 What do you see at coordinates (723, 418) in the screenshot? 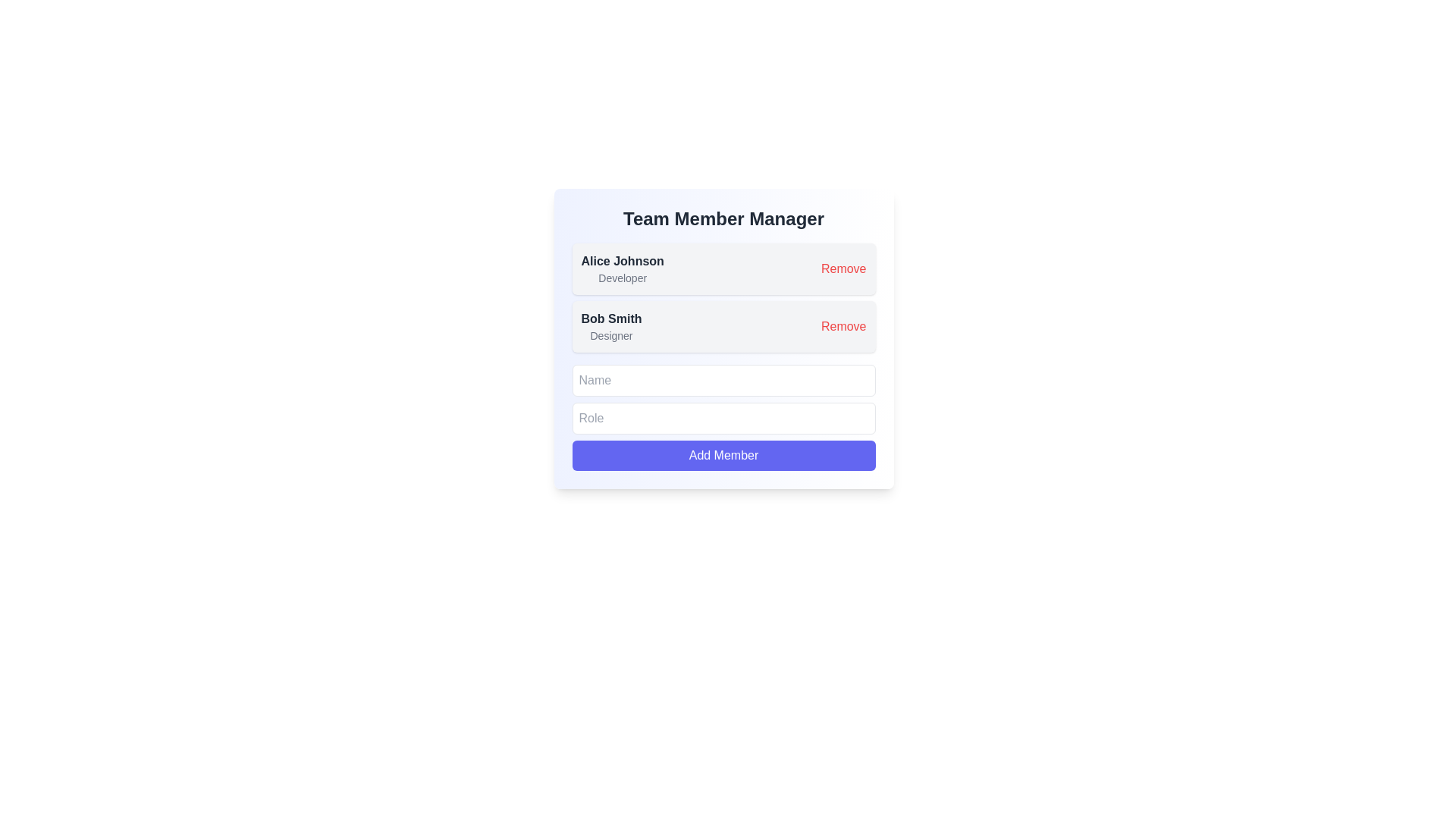
I see `the input fields for 'Name' and 'Role' within the 'Team Member Manager' panel, specifically targeting the Interactive form section` at bounding box center [723, 418].